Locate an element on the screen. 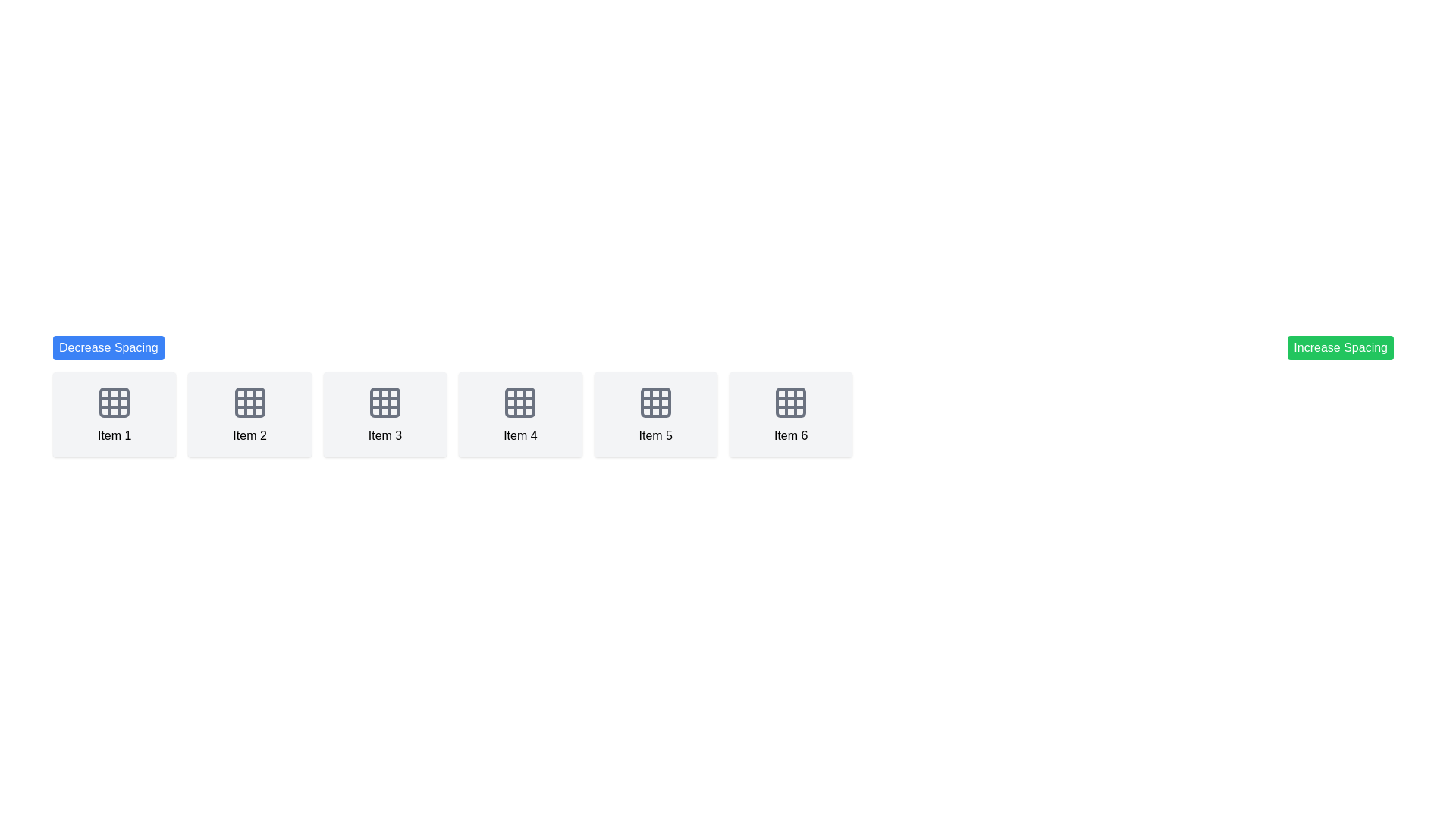 This screenshot has height=819, width=1456. the 'Item 2' button-like component, which features a grid icon and a label is located at coordinates (249, 415).